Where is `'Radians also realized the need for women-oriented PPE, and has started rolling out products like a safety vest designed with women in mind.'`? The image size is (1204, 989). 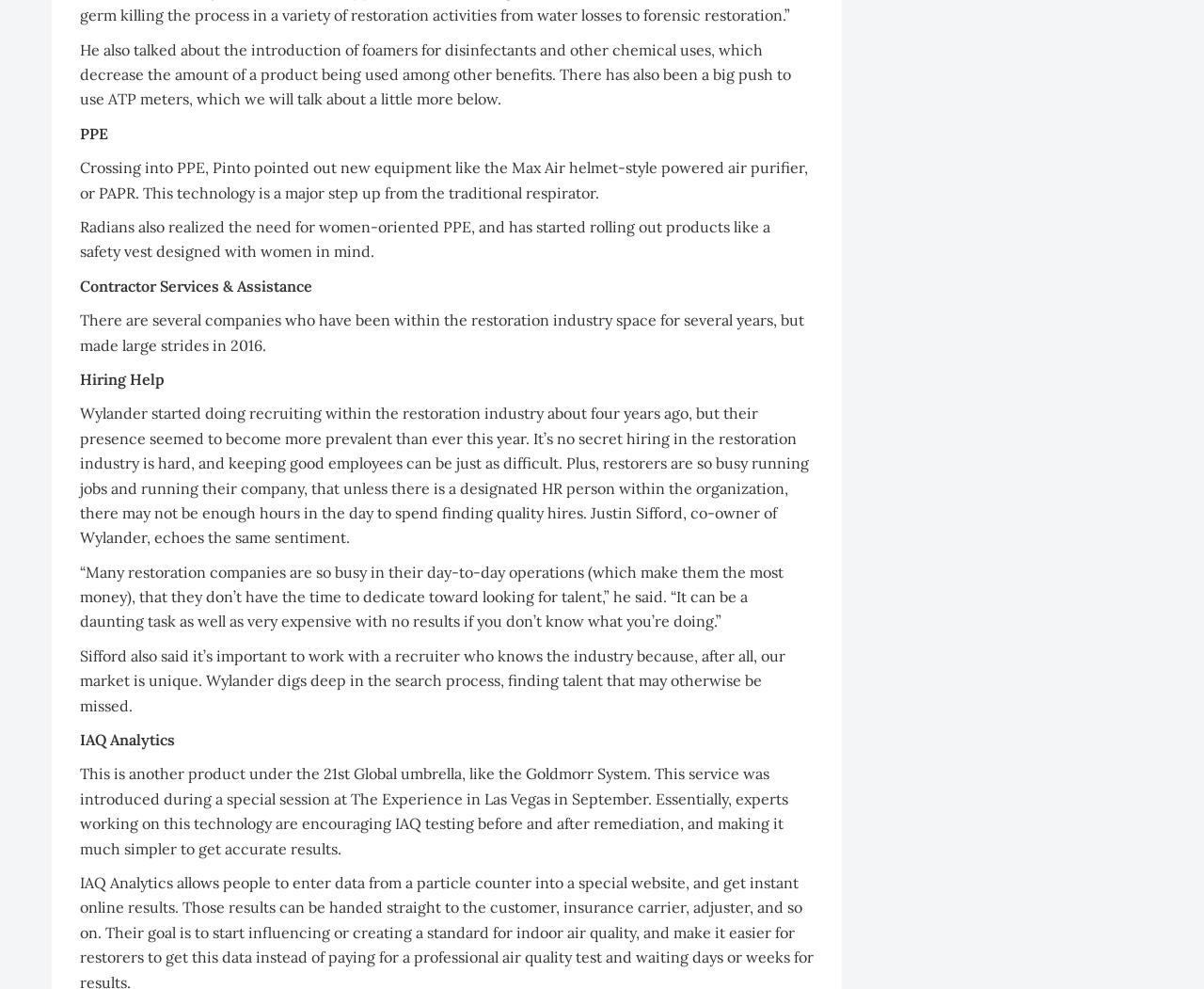
'Radians also realized the need for women-oriented PPE, and has started rolling out products like a safety vest designed with women in mind.' is located at coordinates (423, 238).